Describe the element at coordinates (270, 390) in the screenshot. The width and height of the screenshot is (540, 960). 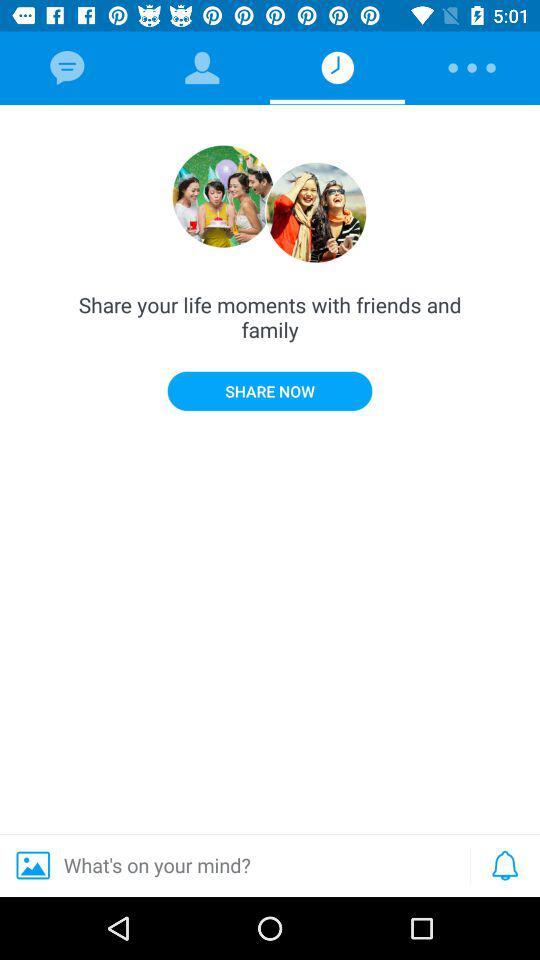
I see `the share now icon` at that location.